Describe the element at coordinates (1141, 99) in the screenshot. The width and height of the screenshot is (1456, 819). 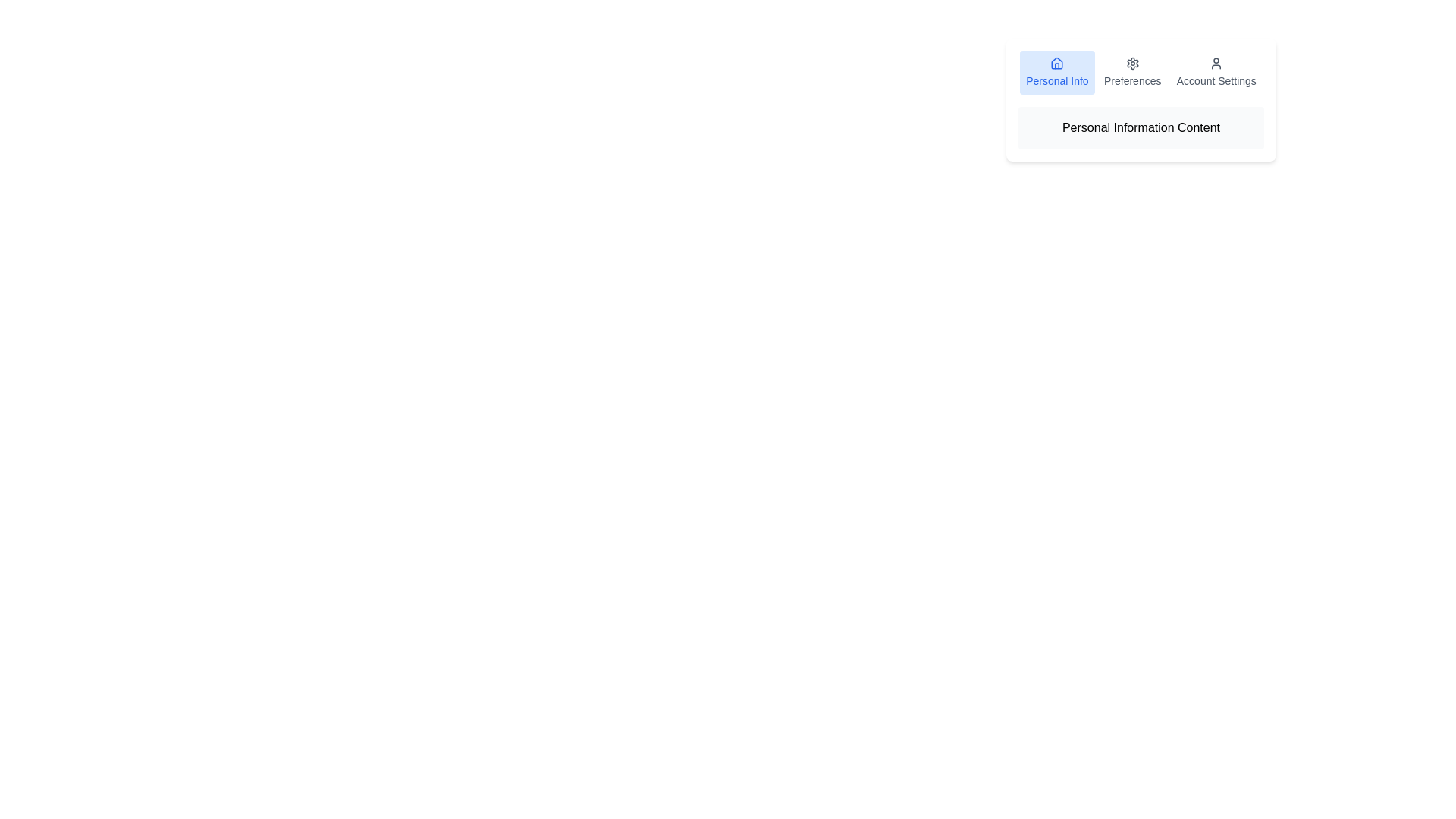
I see `content displayed in the content area of the Card component, which shows 'Personal Information Content'` at that location.